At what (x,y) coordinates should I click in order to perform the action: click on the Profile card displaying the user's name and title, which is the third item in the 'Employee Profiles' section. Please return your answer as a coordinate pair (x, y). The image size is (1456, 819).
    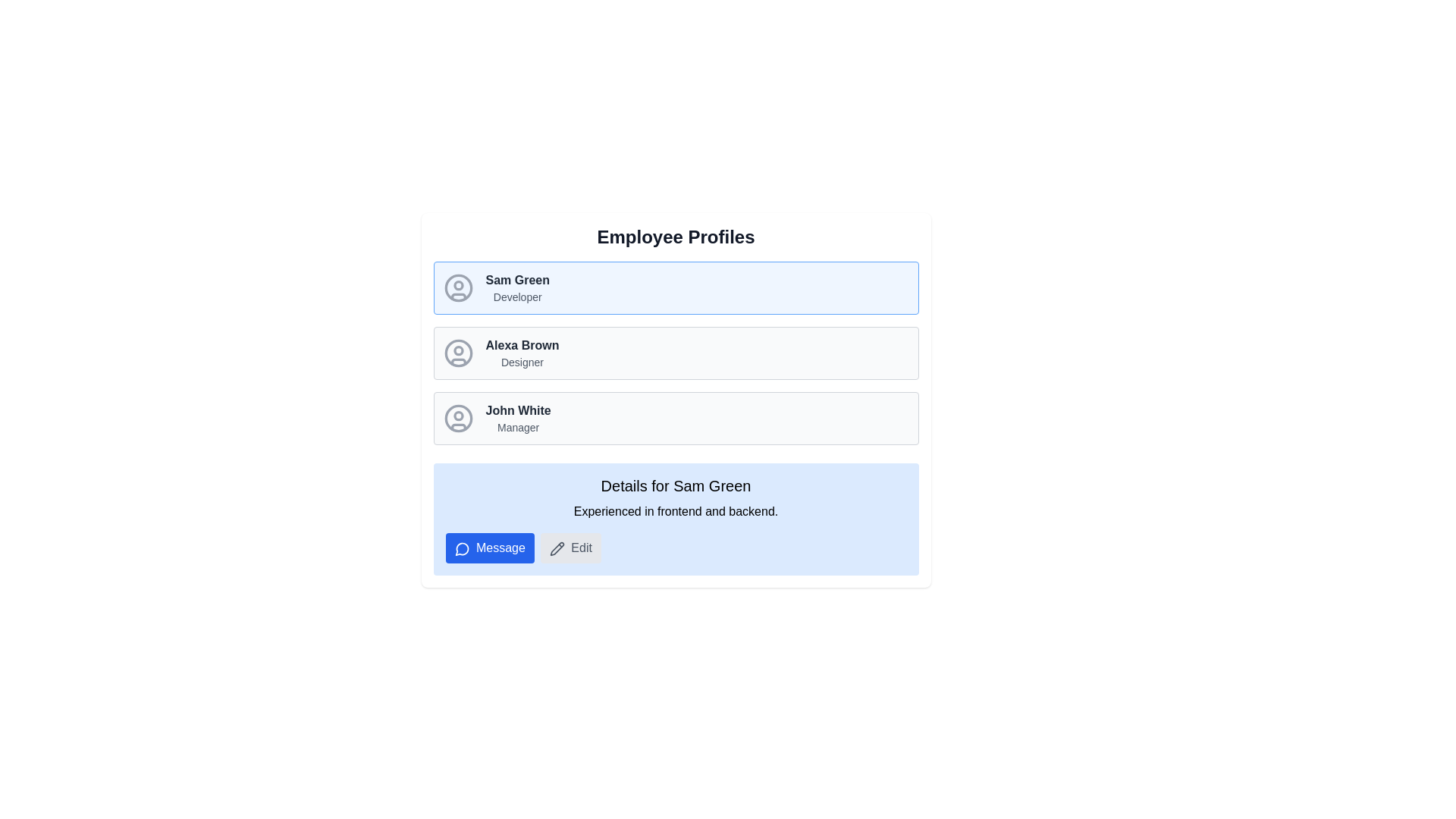
    Looking at the image, I should click on (675, 400).